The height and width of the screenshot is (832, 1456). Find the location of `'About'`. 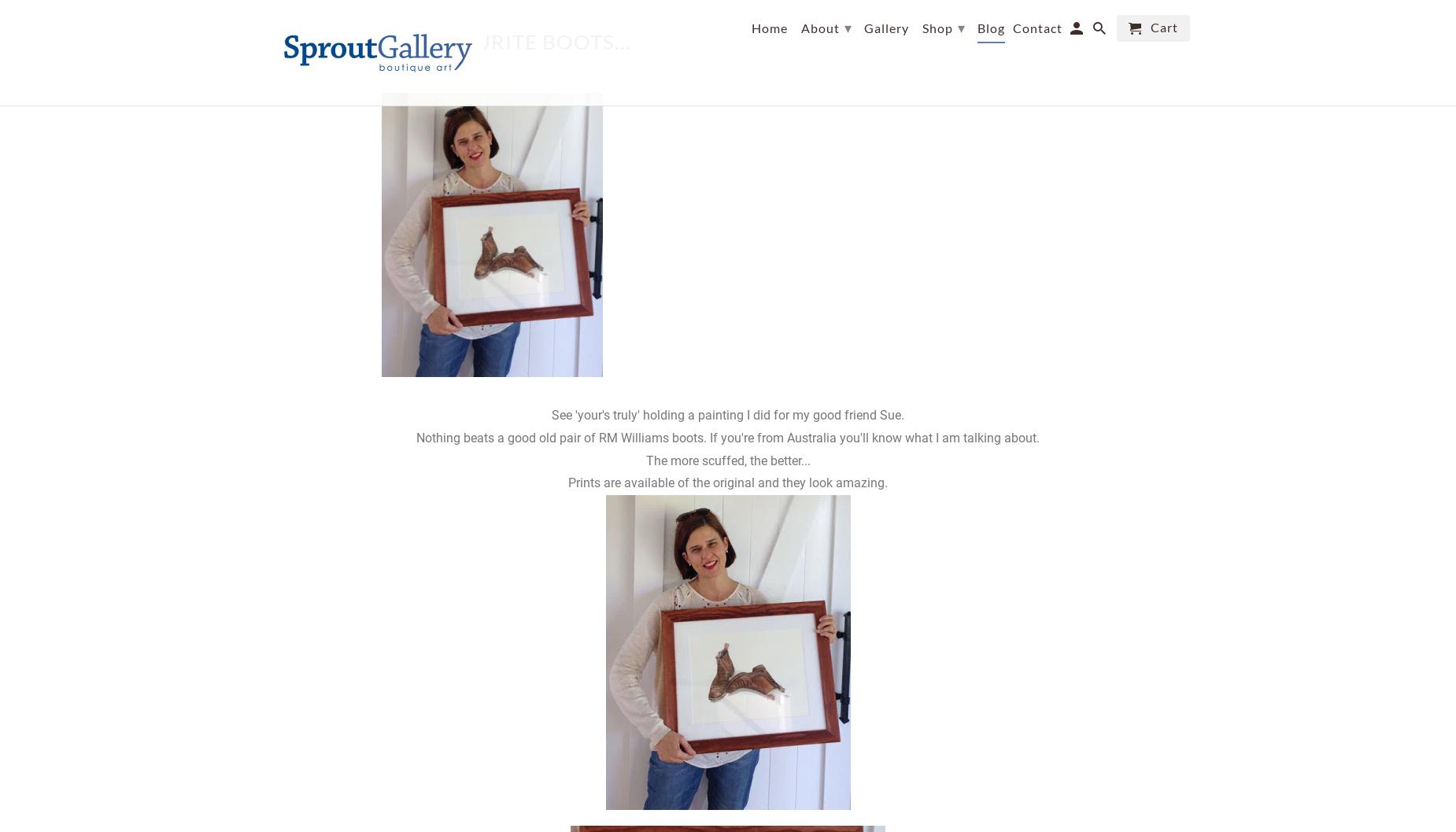

'About' is located at coordinates (820, 28).